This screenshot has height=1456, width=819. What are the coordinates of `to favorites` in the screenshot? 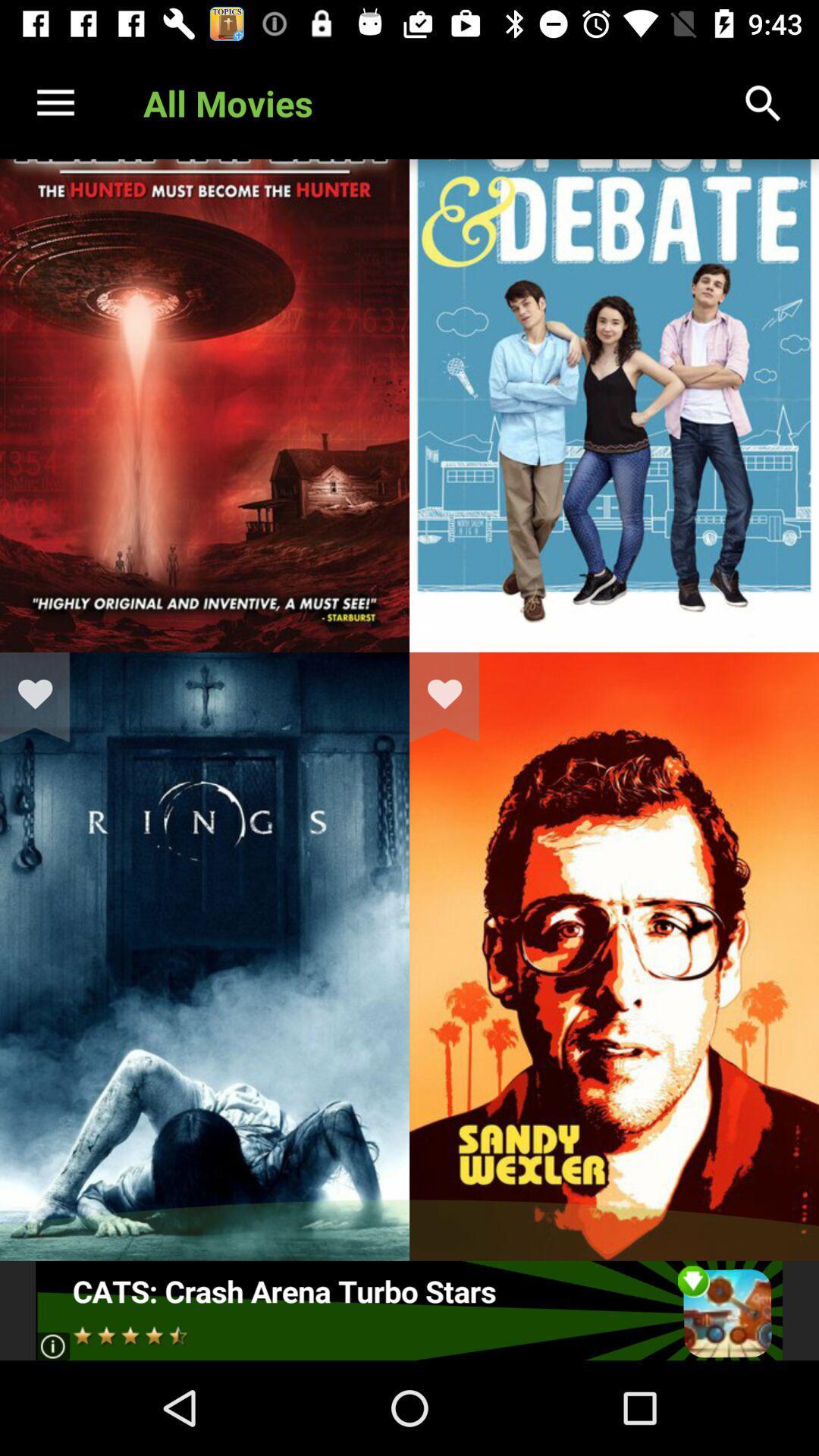 It's located at (453, 696).